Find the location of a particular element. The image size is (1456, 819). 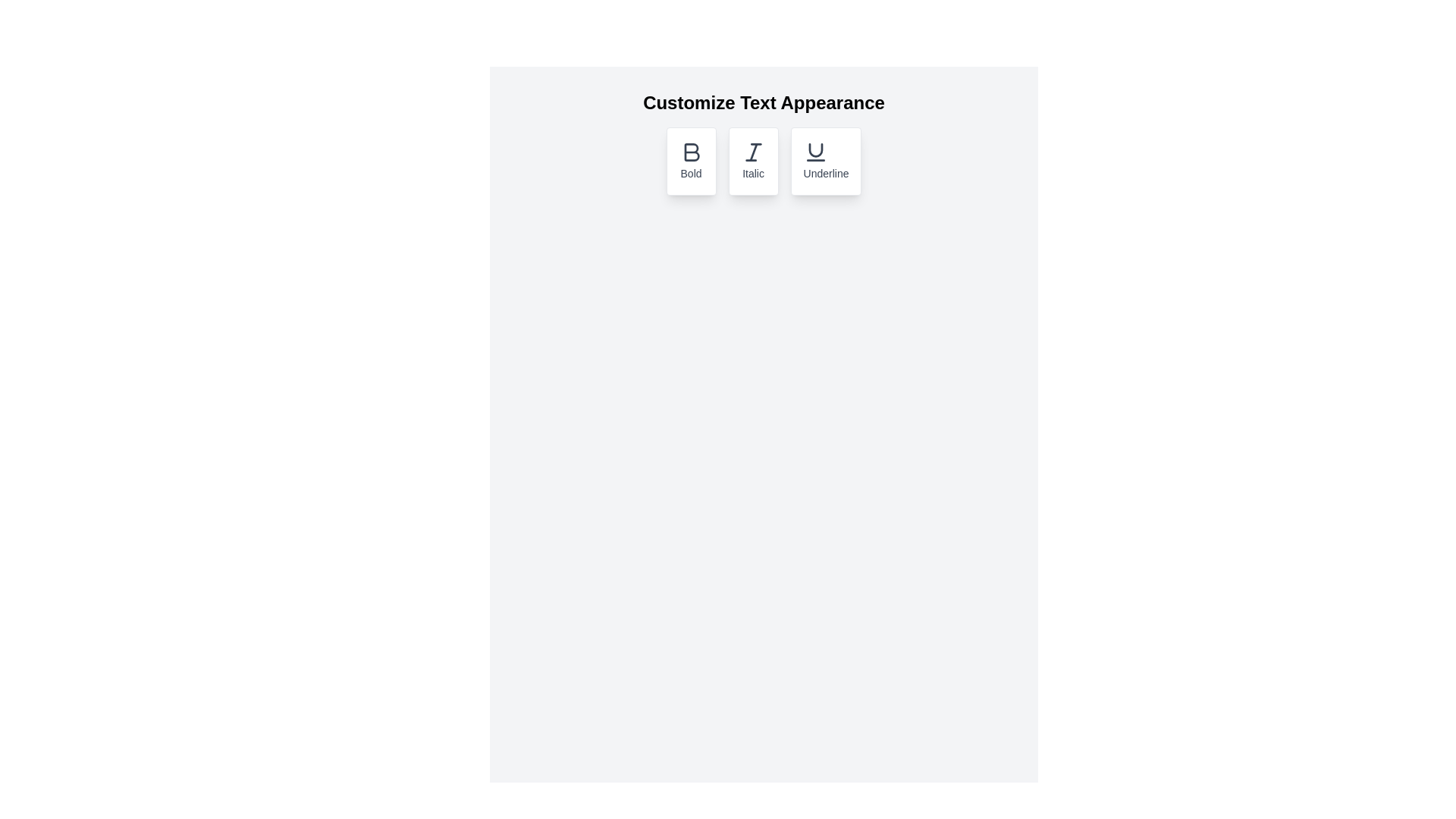

the underline button to toggle the underline formatting is located at coordinates (825, 161).